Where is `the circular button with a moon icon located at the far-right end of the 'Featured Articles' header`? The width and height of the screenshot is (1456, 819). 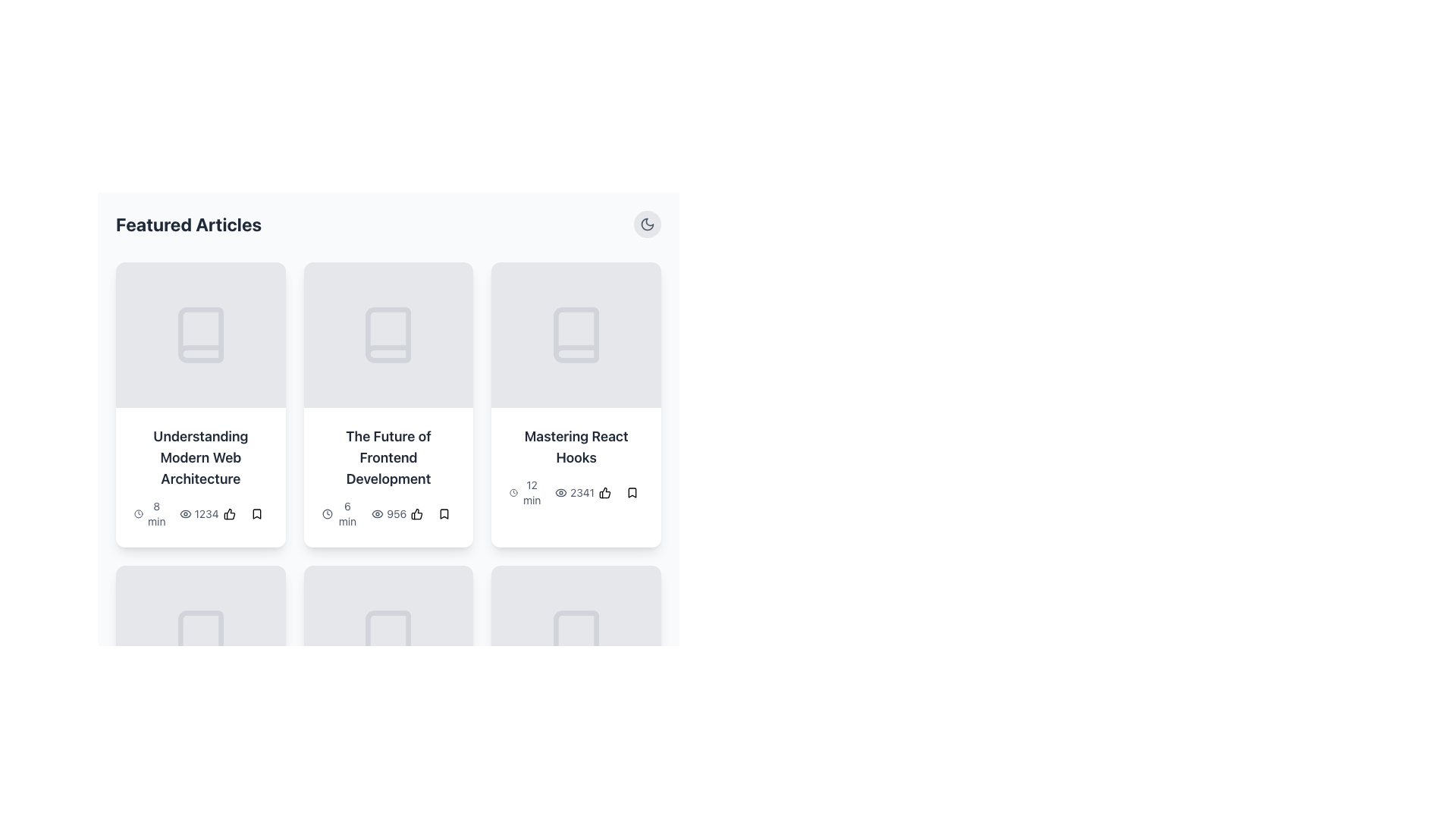 the circular button with a moon icon located at the far-right end of the 'Featured Articles' header is located at coordinates (648, 224).